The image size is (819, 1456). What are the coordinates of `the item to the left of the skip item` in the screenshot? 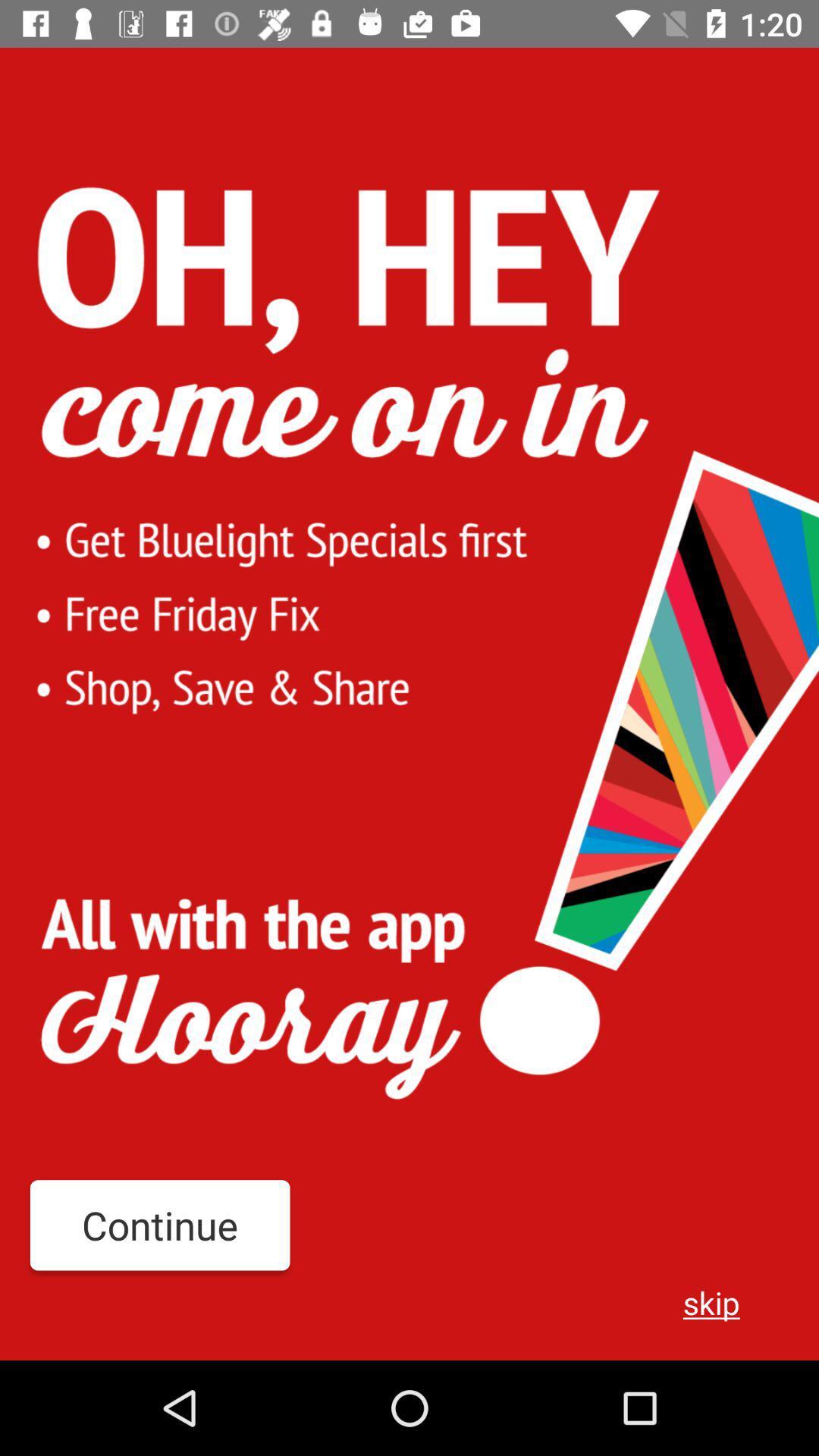 It's located at (160, 1225).